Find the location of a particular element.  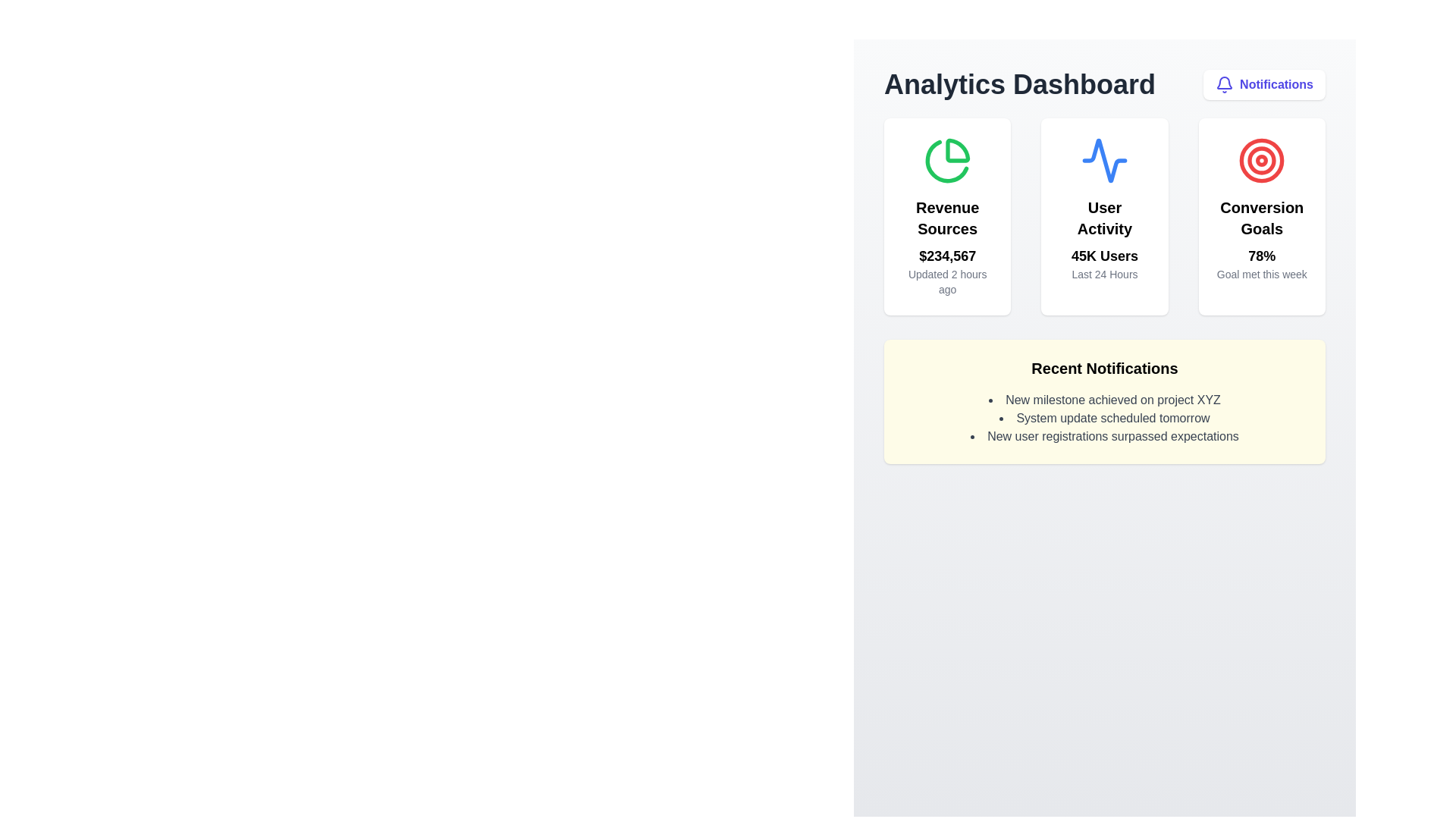

the non-interactive text label providing information about weekly achievement goals, positioned at the bottom of the 'Conversion Goals' card, beneath the '78%' percentage value is located at coordinates (1262, 275).